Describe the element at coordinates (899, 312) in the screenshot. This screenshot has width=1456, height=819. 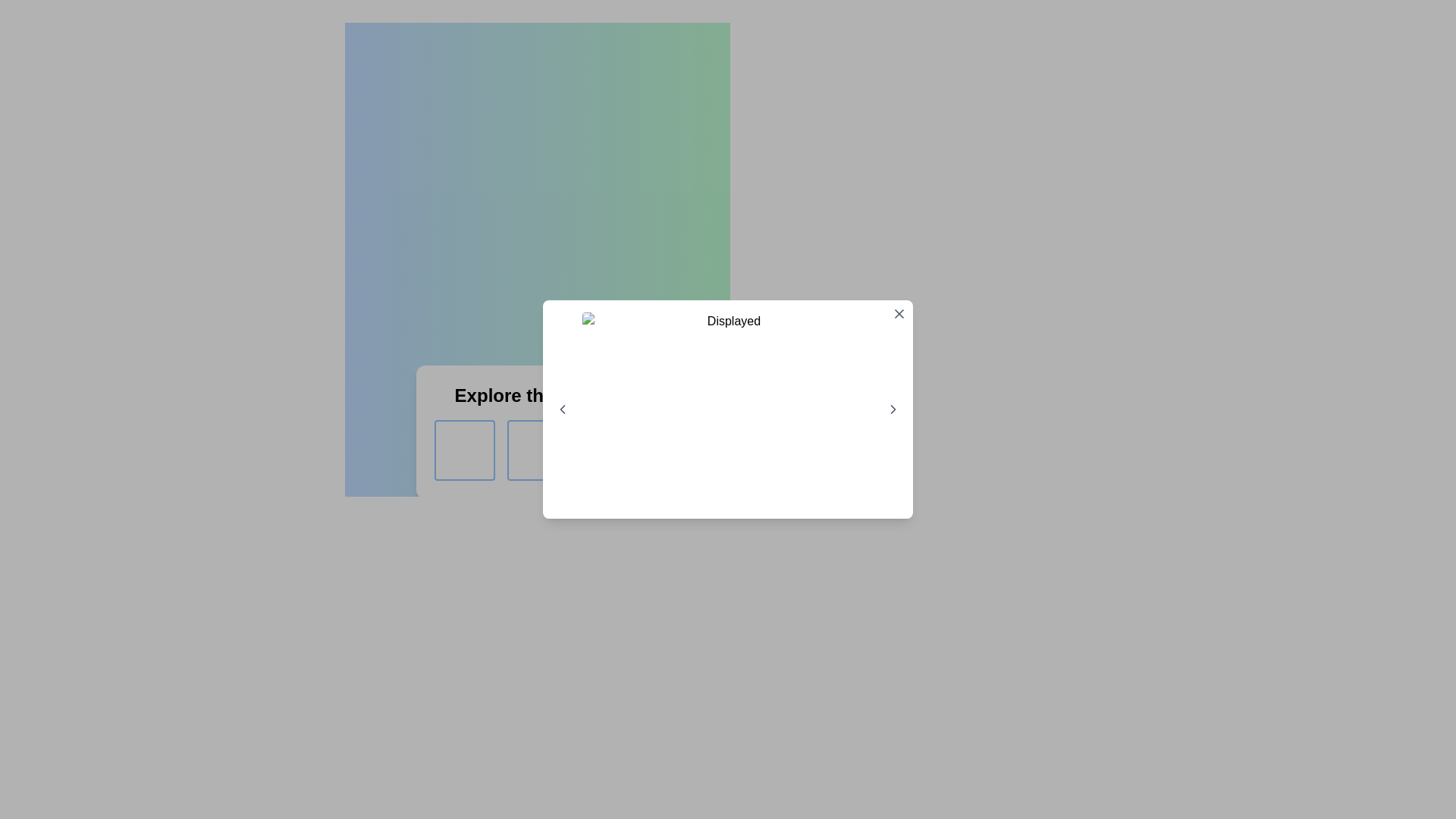
I see `the close button located at the top-right corner of the white rounded rectangular card` at that location.